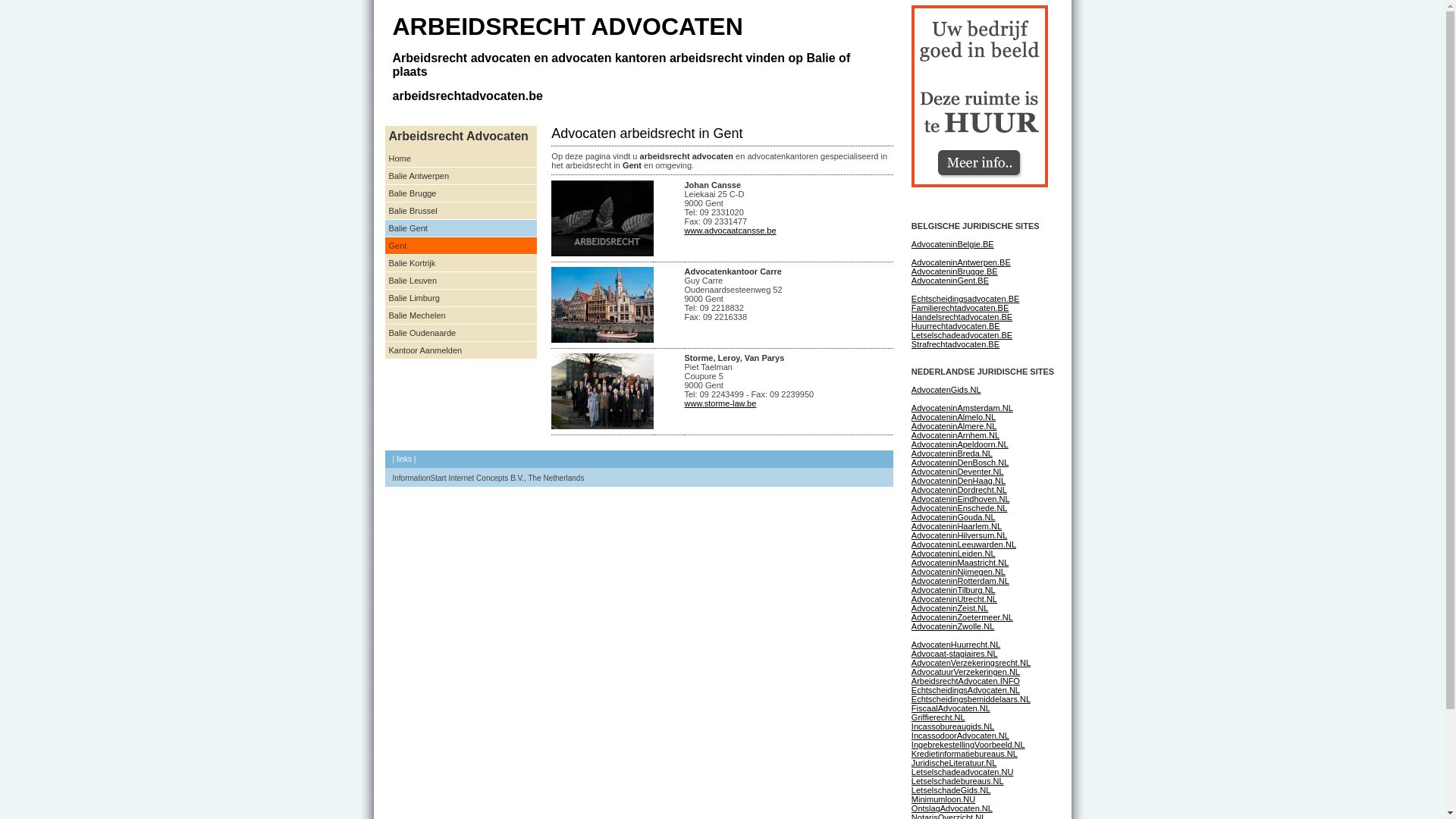  I want to click on 'AdvocateninDeventer.NL', so click(956, 470).